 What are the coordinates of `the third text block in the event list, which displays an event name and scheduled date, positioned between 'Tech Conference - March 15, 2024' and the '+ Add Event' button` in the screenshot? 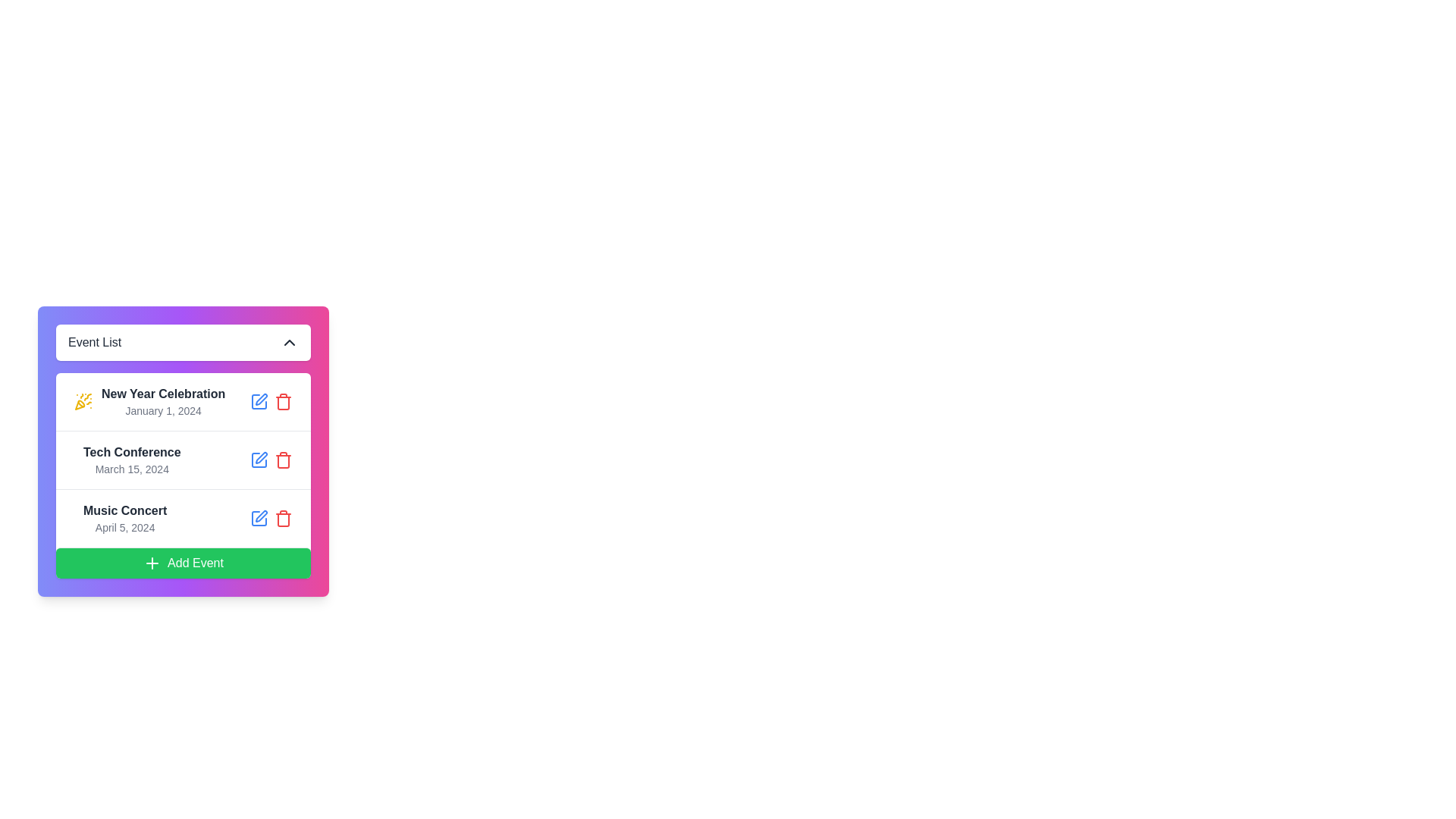 It's located at (125, 517).